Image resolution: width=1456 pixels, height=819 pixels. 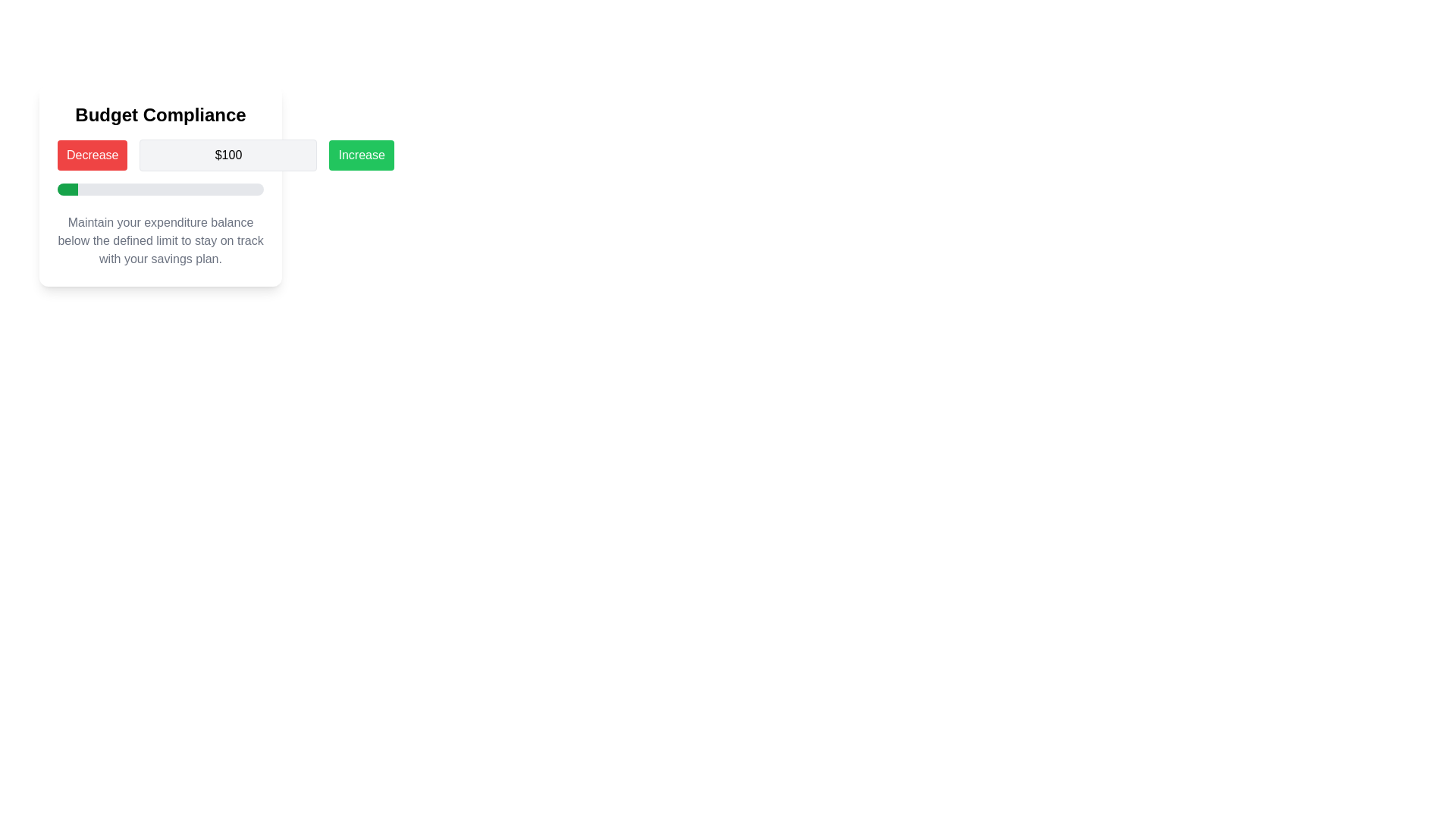 I want to click on the read-only text input field displaying the current budget or balance, so click(x=227, y=155).